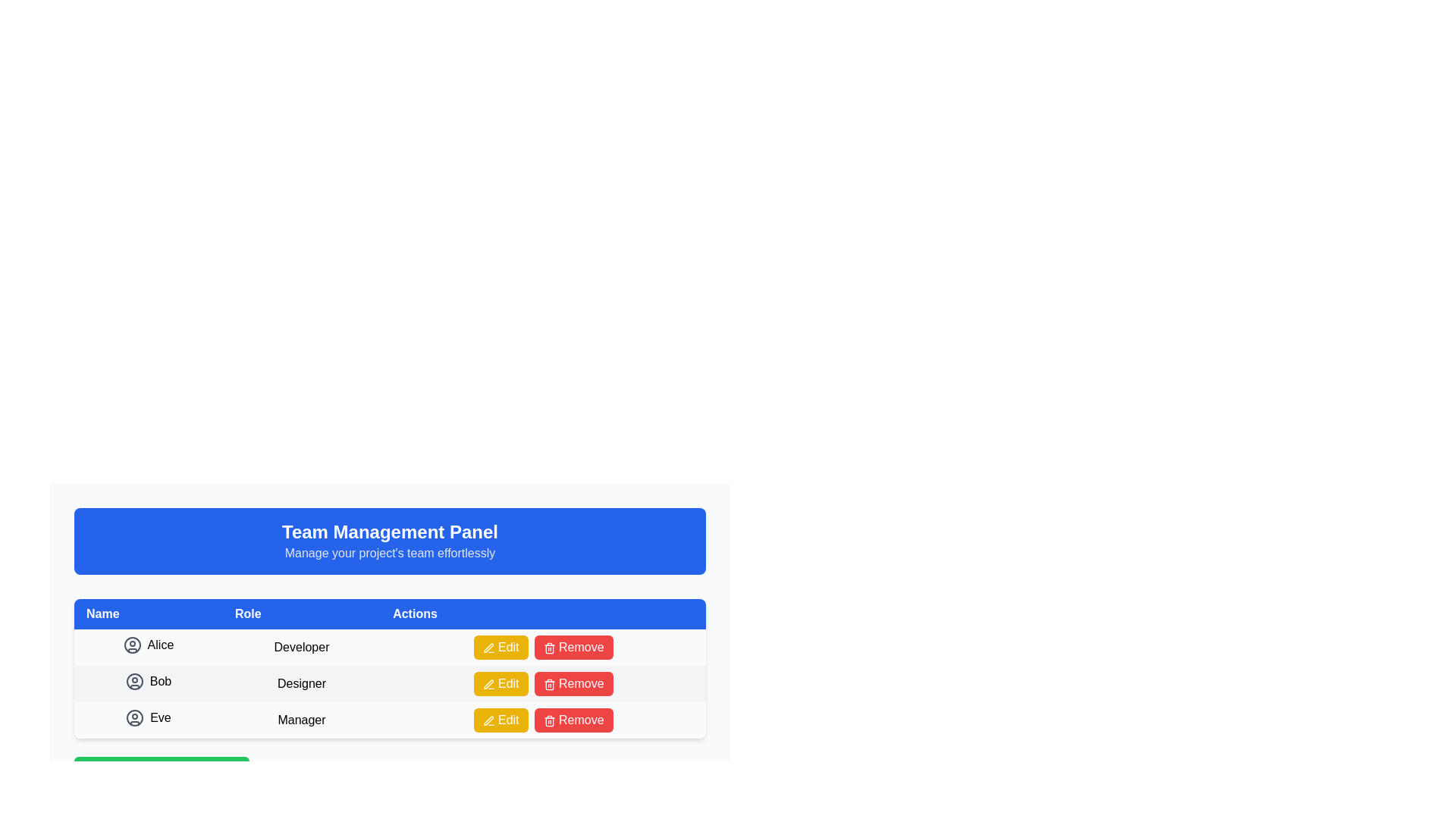  Describe the element at coordinates (488, 684) in the screenshot. I see `the pen icon that signifies editing actions, located to the left of the 'Edit' text in the yellow button within the 'Actions' column of the second row of the table, adjacent to Bob's role as 'Designer'` at that location.